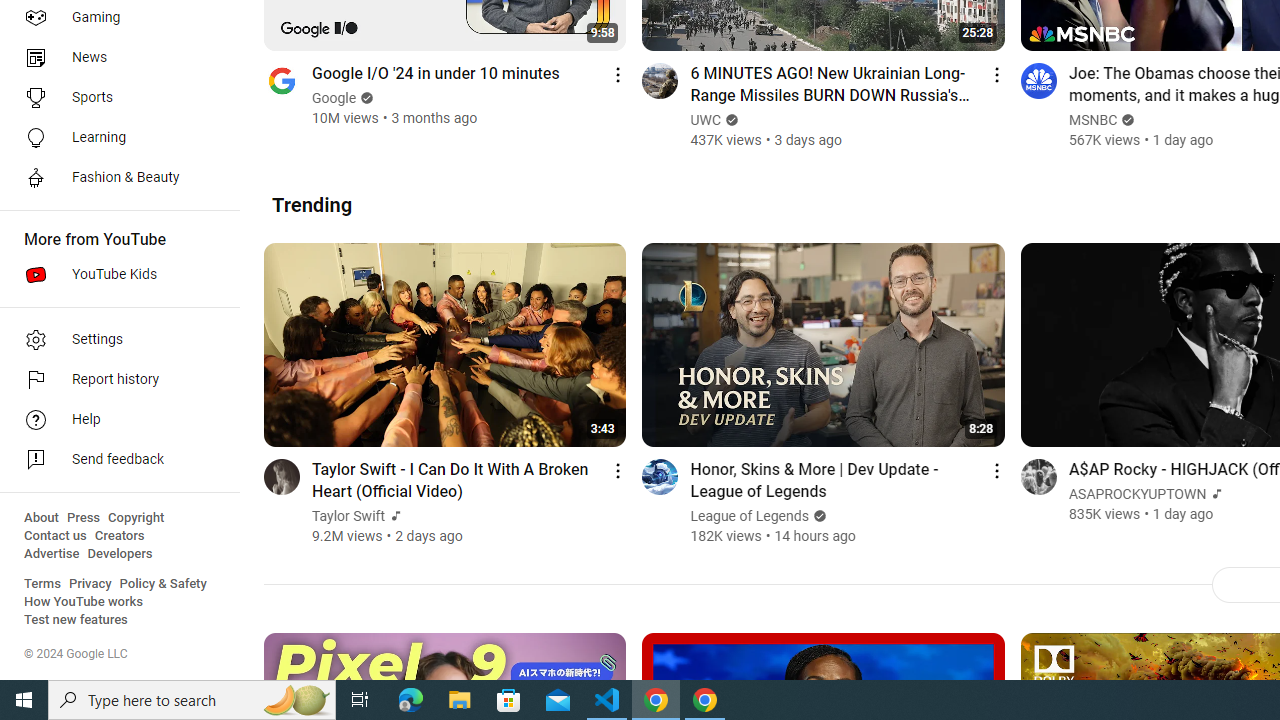 The image size is (1280, 720). What do you see at coordinates (76, 619) in the screenshot?
I see `'Test new features'` at bounding box center [76, 619].